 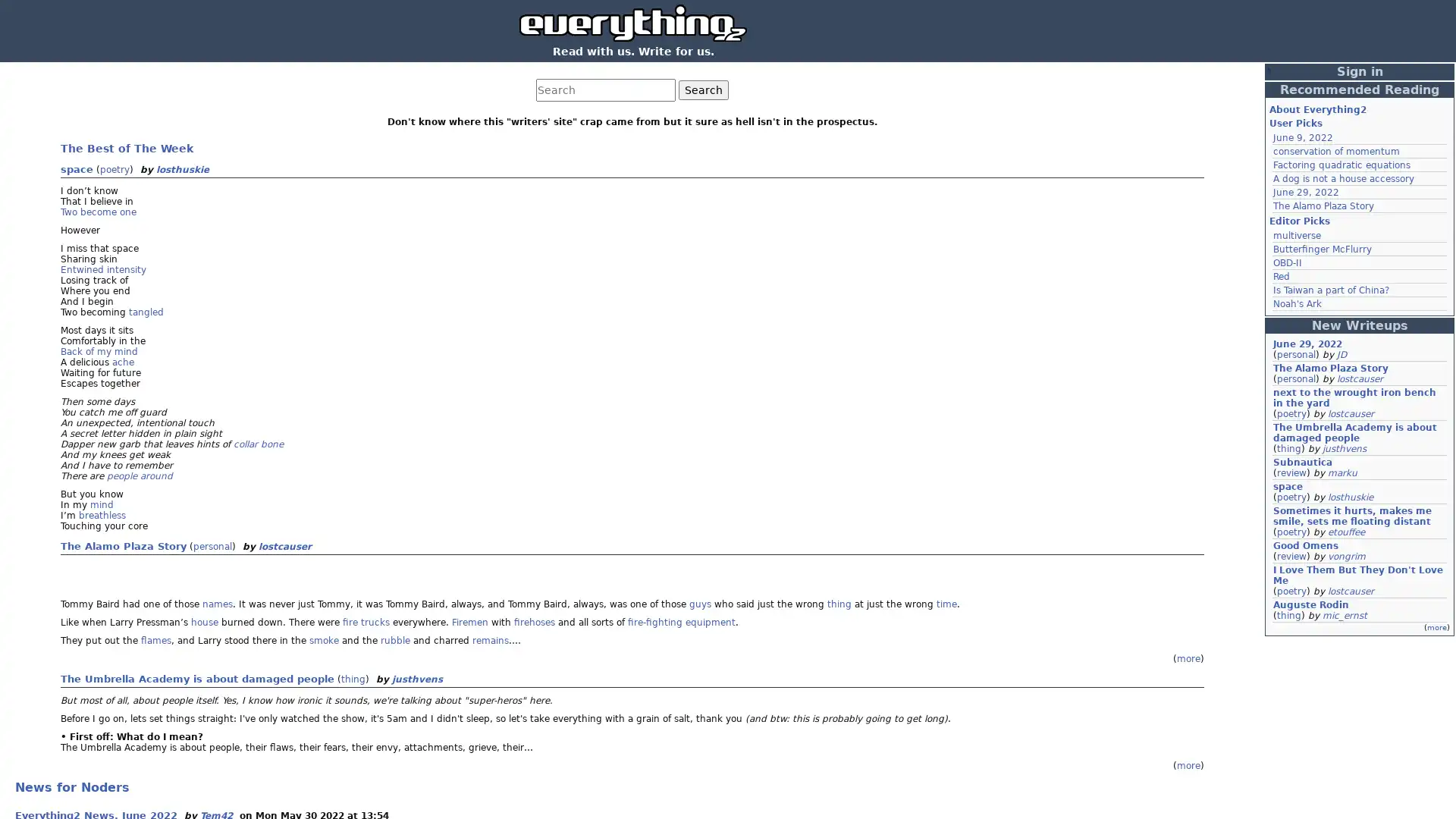 I want to click on Search, so click(x=702, y=89).